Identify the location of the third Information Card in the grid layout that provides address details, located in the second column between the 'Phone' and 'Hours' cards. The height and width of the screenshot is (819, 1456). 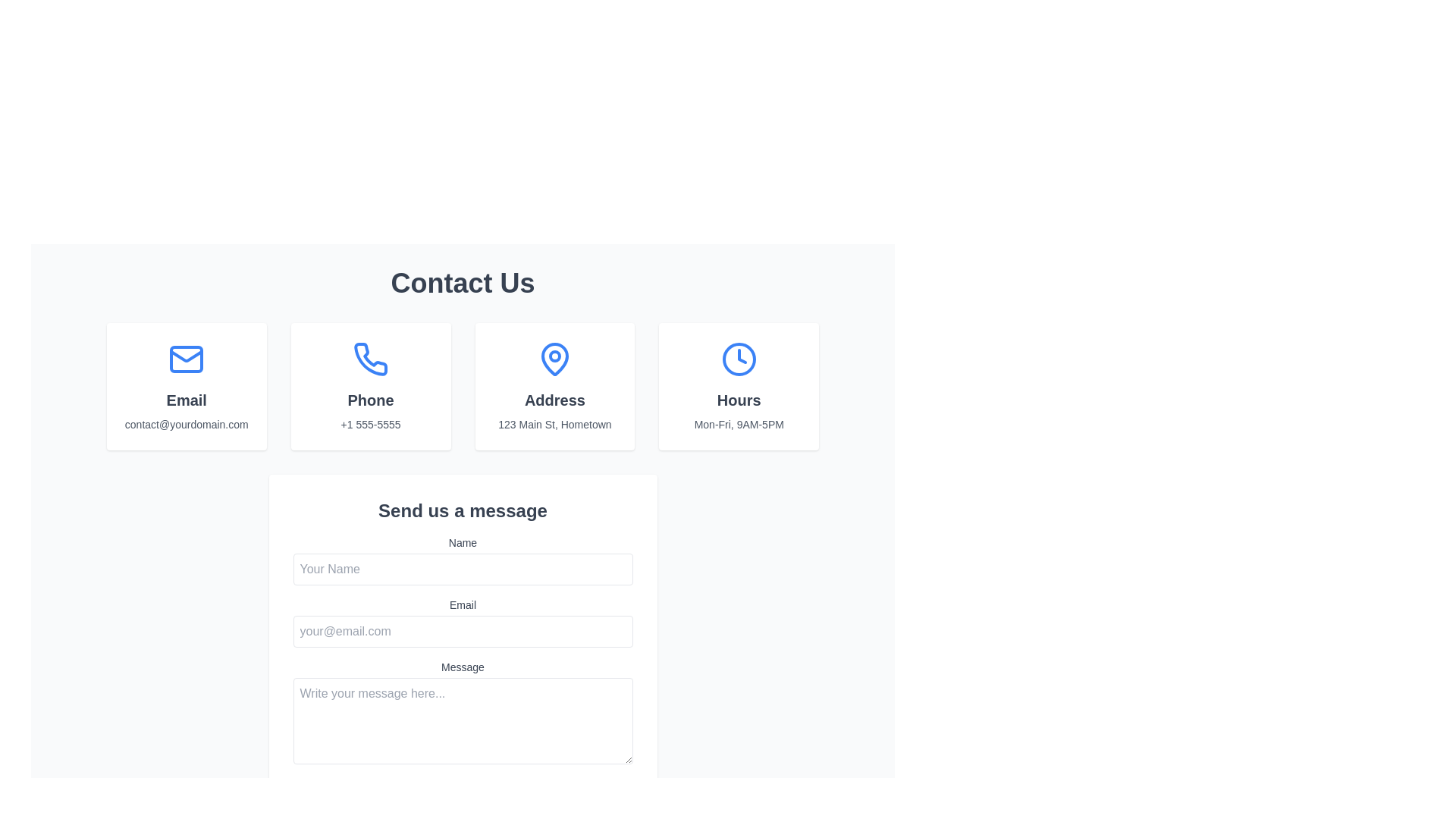
(554, 385).